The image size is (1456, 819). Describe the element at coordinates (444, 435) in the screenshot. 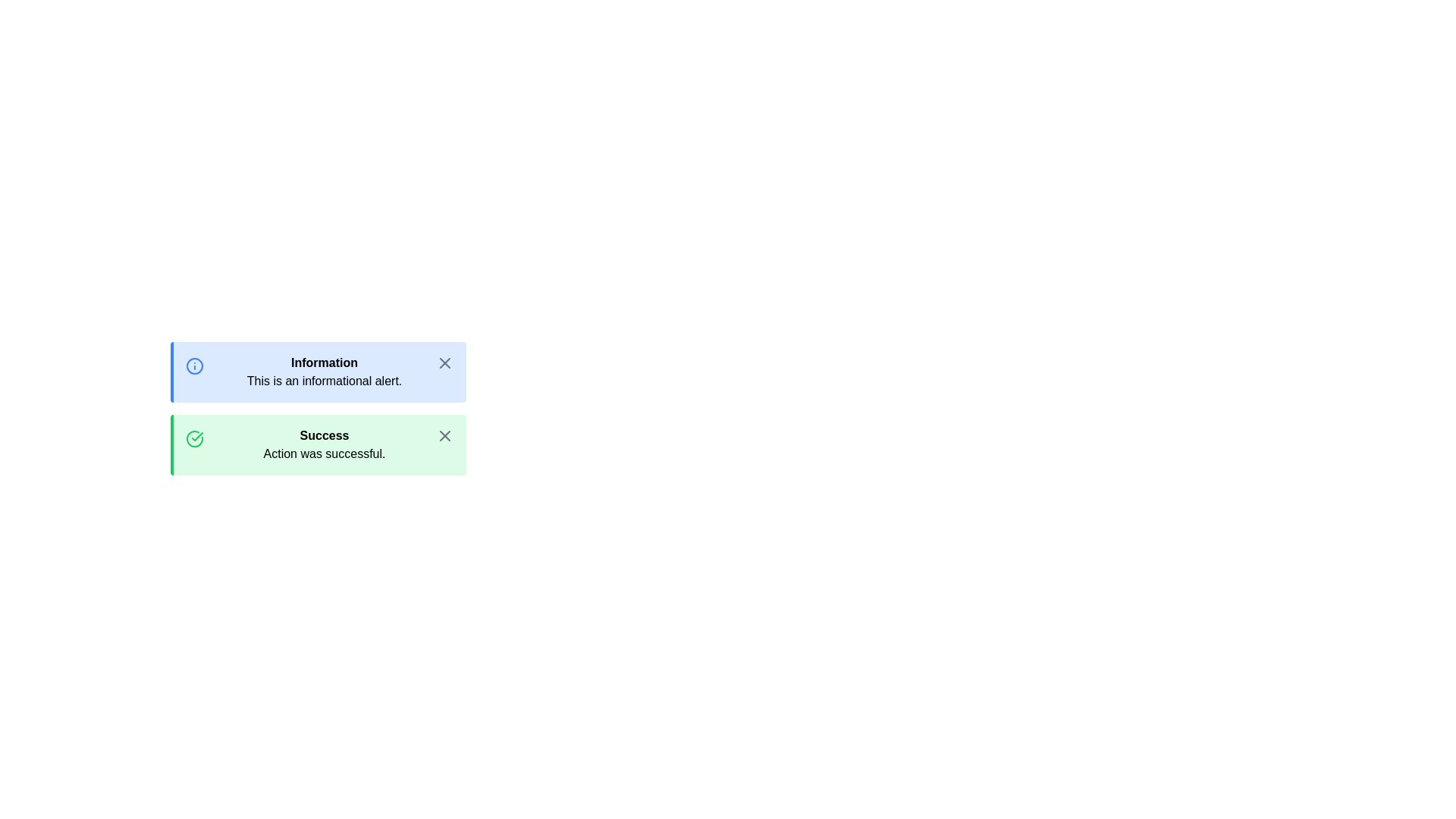

I see `the 'X' icon in the top-right corner of the 'Success' notification bar` at that location.